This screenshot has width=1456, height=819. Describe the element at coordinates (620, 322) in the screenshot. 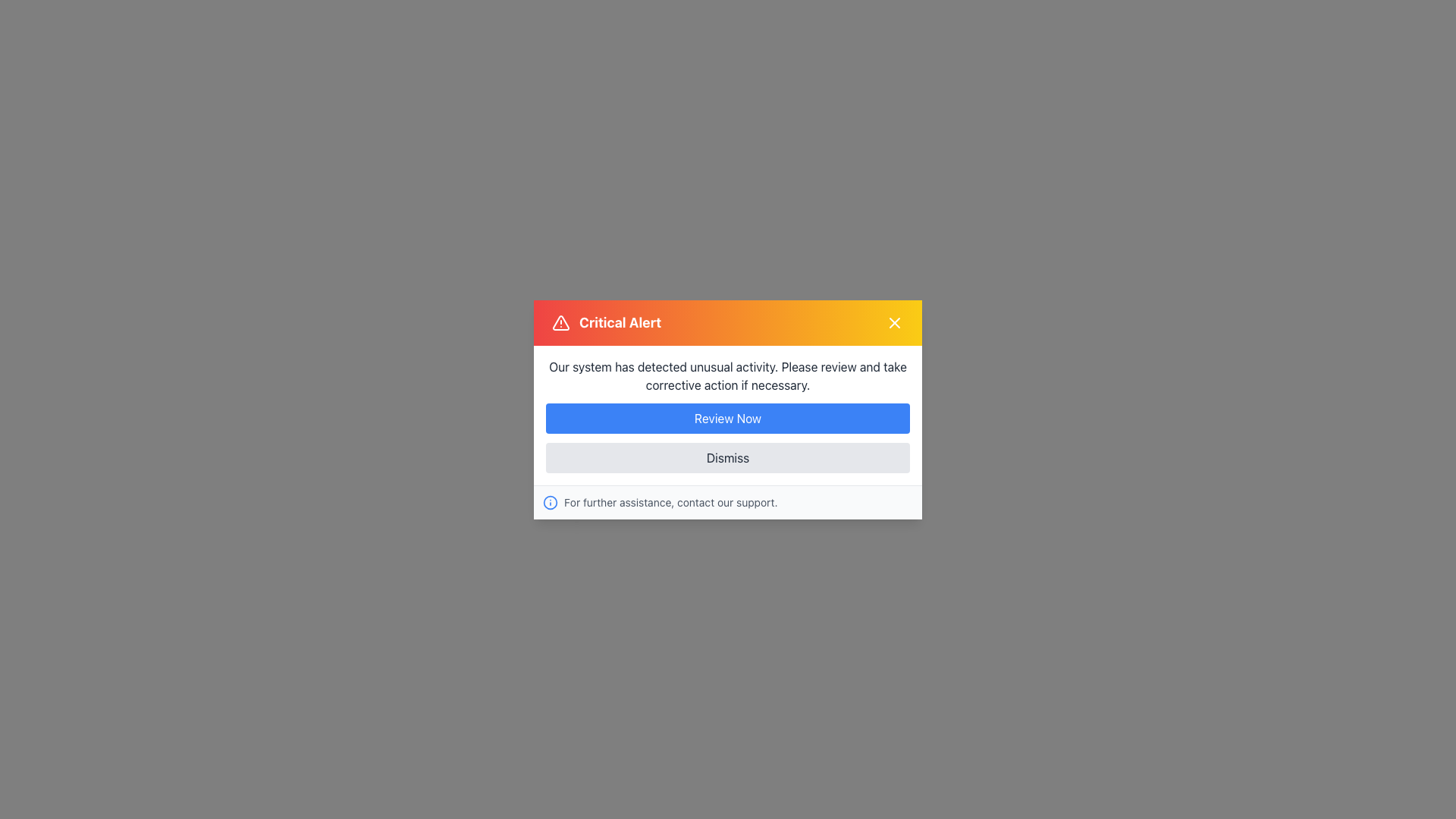

I see `bold white text label saying 'Critical Alert' displayed on a gradient background in the top banner of the modal dialog` at that location.